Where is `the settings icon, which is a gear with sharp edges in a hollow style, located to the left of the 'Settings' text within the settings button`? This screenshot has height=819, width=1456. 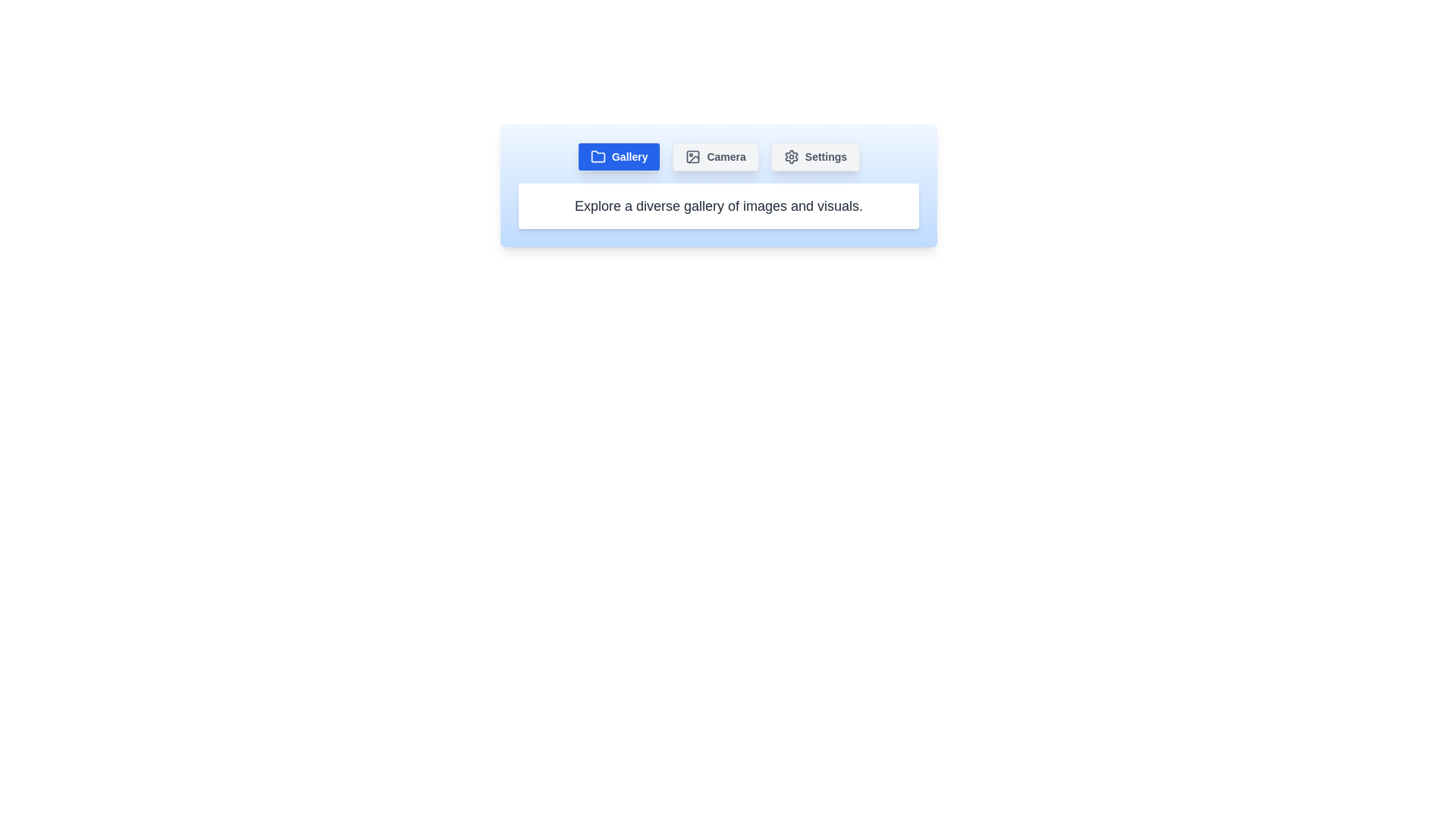
the settings icon, which is a gear with sharp edges in a hollow style, located to the left of the 'Settings' text within the settings button is located at coordinates (790, 157).